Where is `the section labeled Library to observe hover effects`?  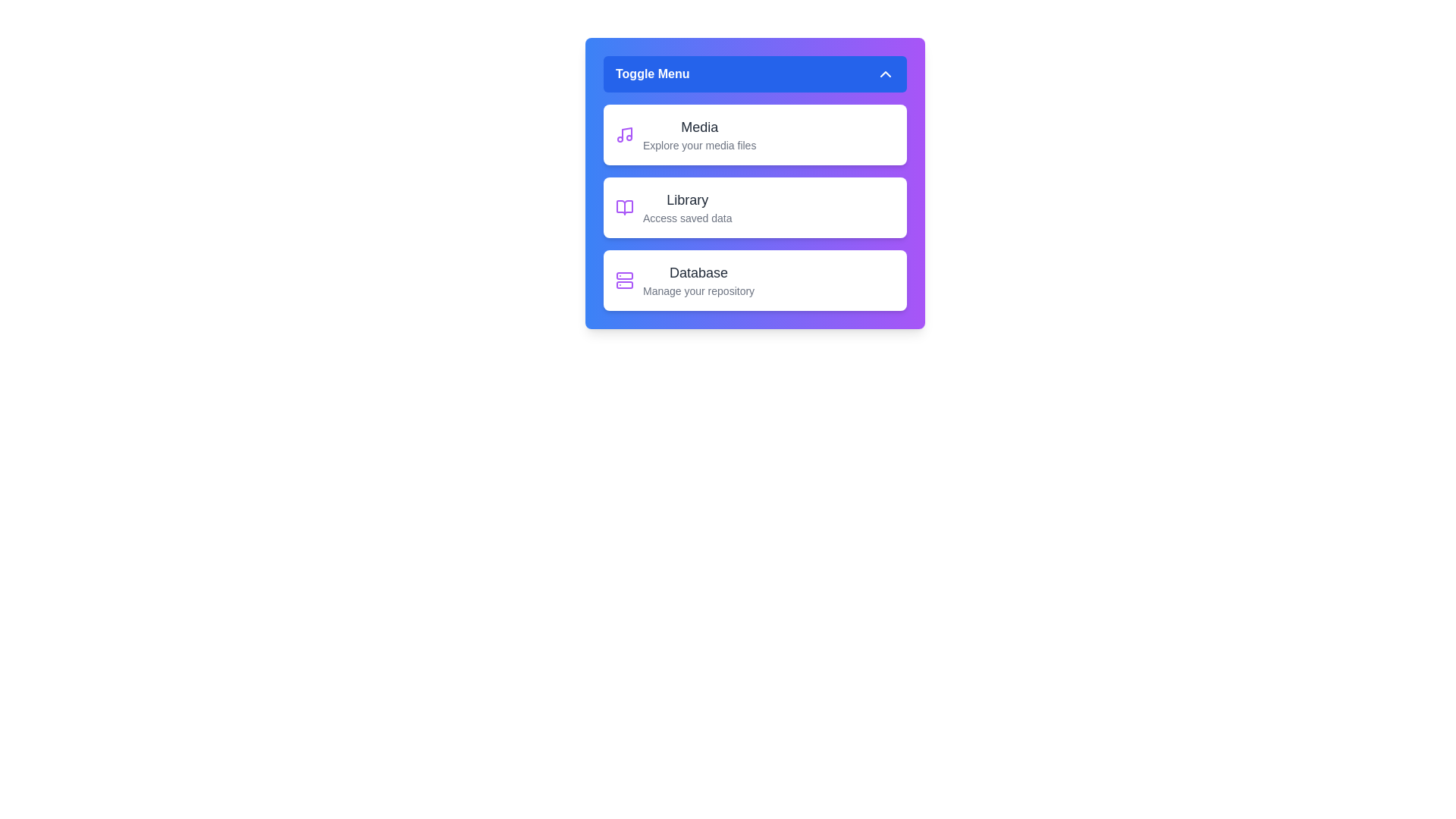 the section labeled Library to observe hover effects is located at coordinates (755, 207).